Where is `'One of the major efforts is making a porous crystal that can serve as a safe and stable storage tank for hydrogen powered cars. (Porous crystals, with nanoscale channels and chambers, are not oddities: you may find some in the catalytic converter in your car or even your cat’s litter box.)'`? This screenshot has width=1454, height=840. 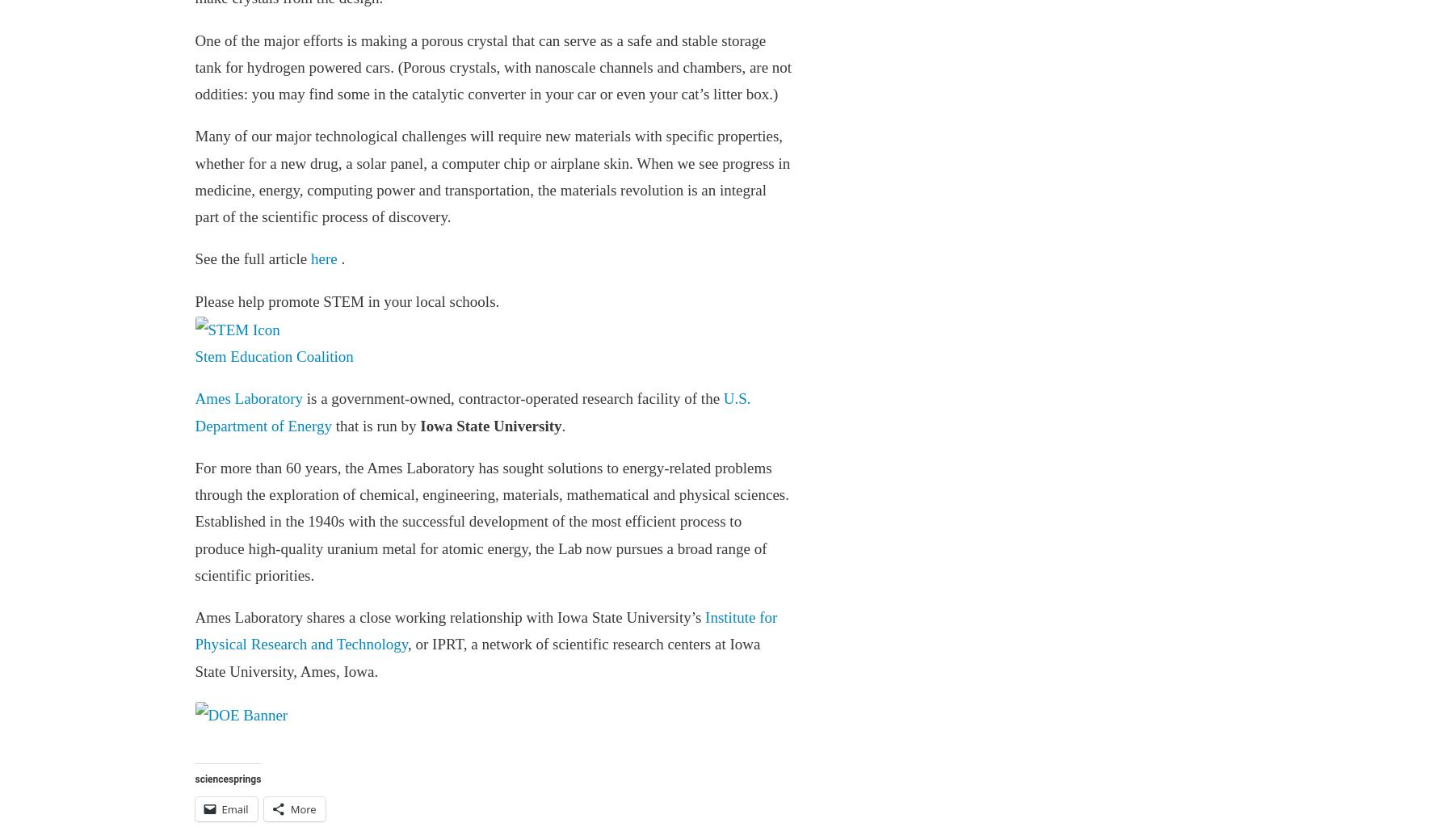
'One of the major efforts is making a porous crystal that can serve as a safe and stable storage tank for hydrogen powered cars. (Porous crystals, with nanoscale channels and chambers, are not oddities: you may find some in the catalytic converter in your car or even your cat’s litter box.)' is located at coordinates (493, 65).